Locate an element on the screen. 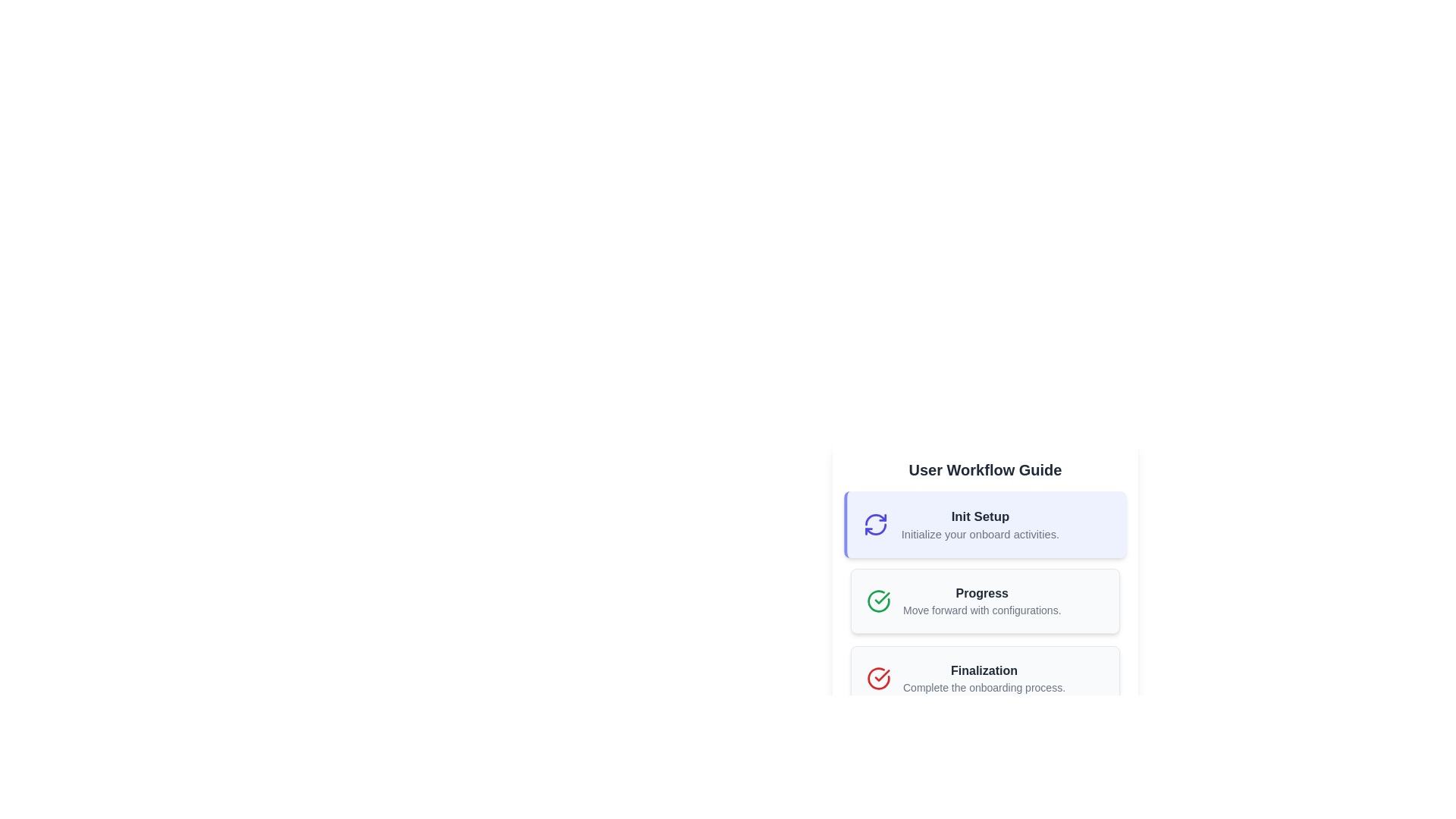 The width and height of the screenshot is (1456, 819). the circular indigo icon with arrows forming a cycle, located to the left of the 'Init Setup' text in the 'User Workflow Guide' section is located at coordinates (876, 523).